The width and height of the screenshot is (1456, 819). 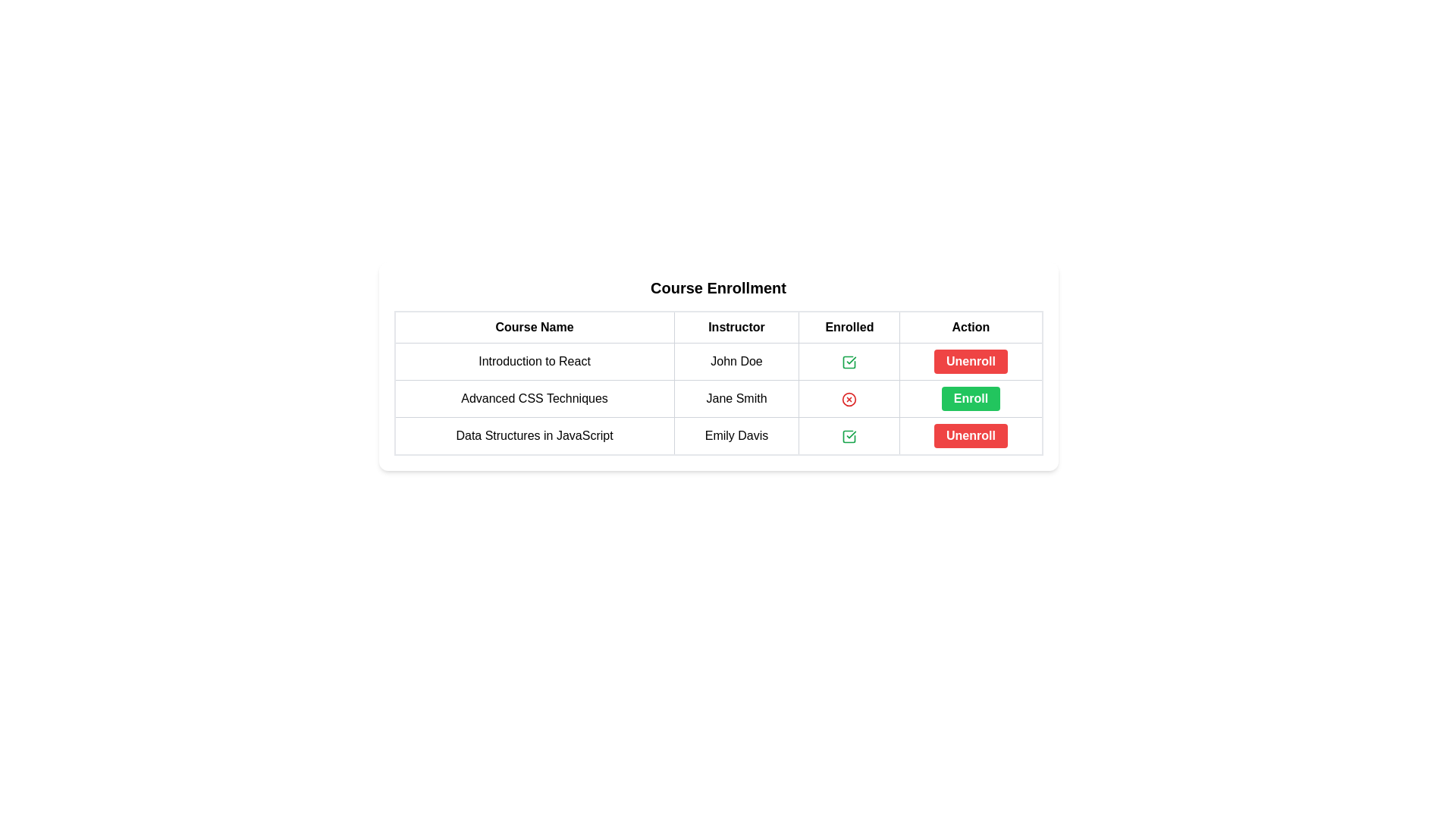 I want to click on the Text label that serves as the title of the course in the 'Course Enrollment' table, located in the second row and first column, so click(x=534, y=397).